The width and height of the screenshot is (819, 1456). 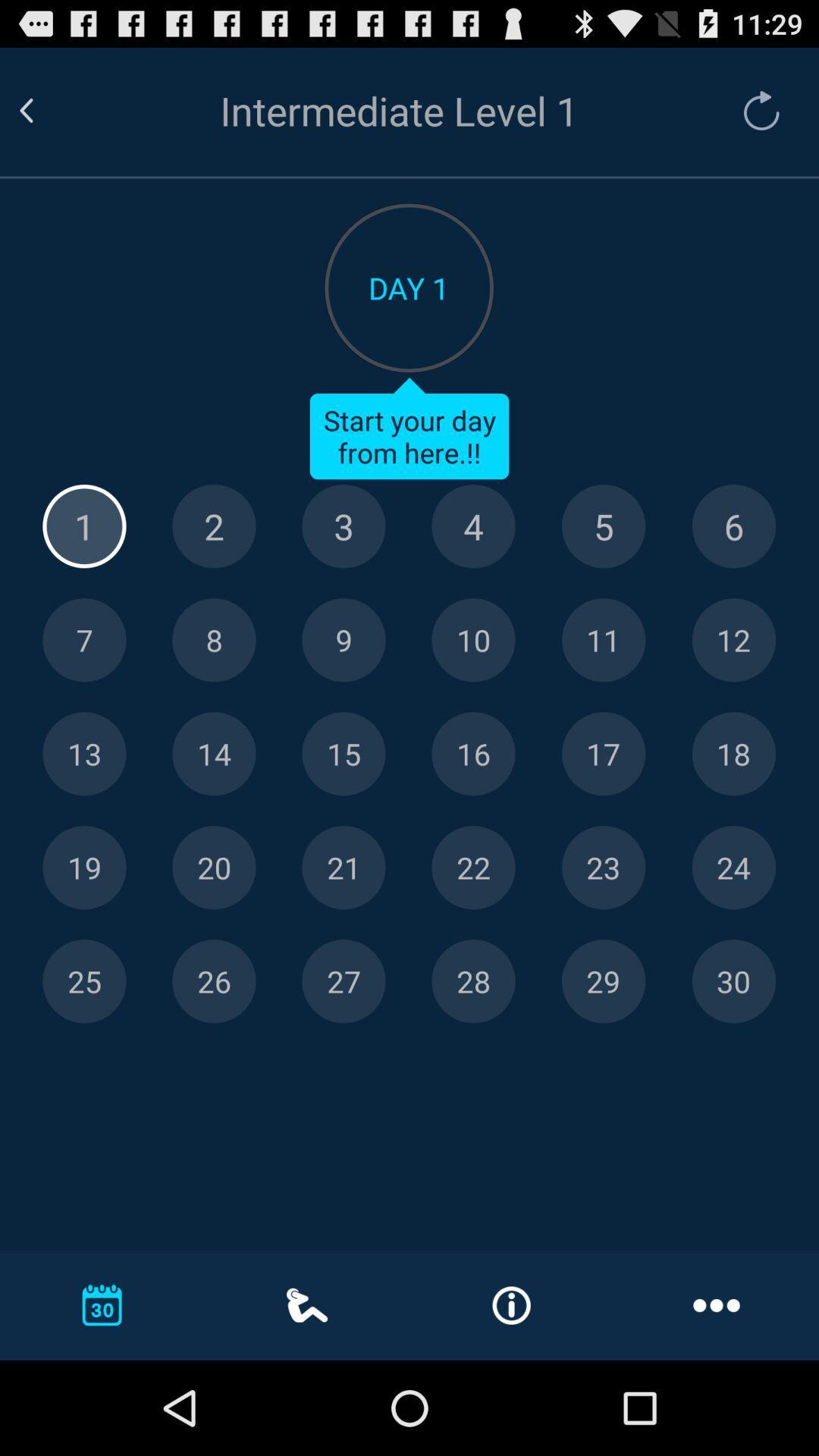 What do you see at coordinates (603, 684) in the screenshot?
I see `the sliders icon` at bounding box center [603, 684].